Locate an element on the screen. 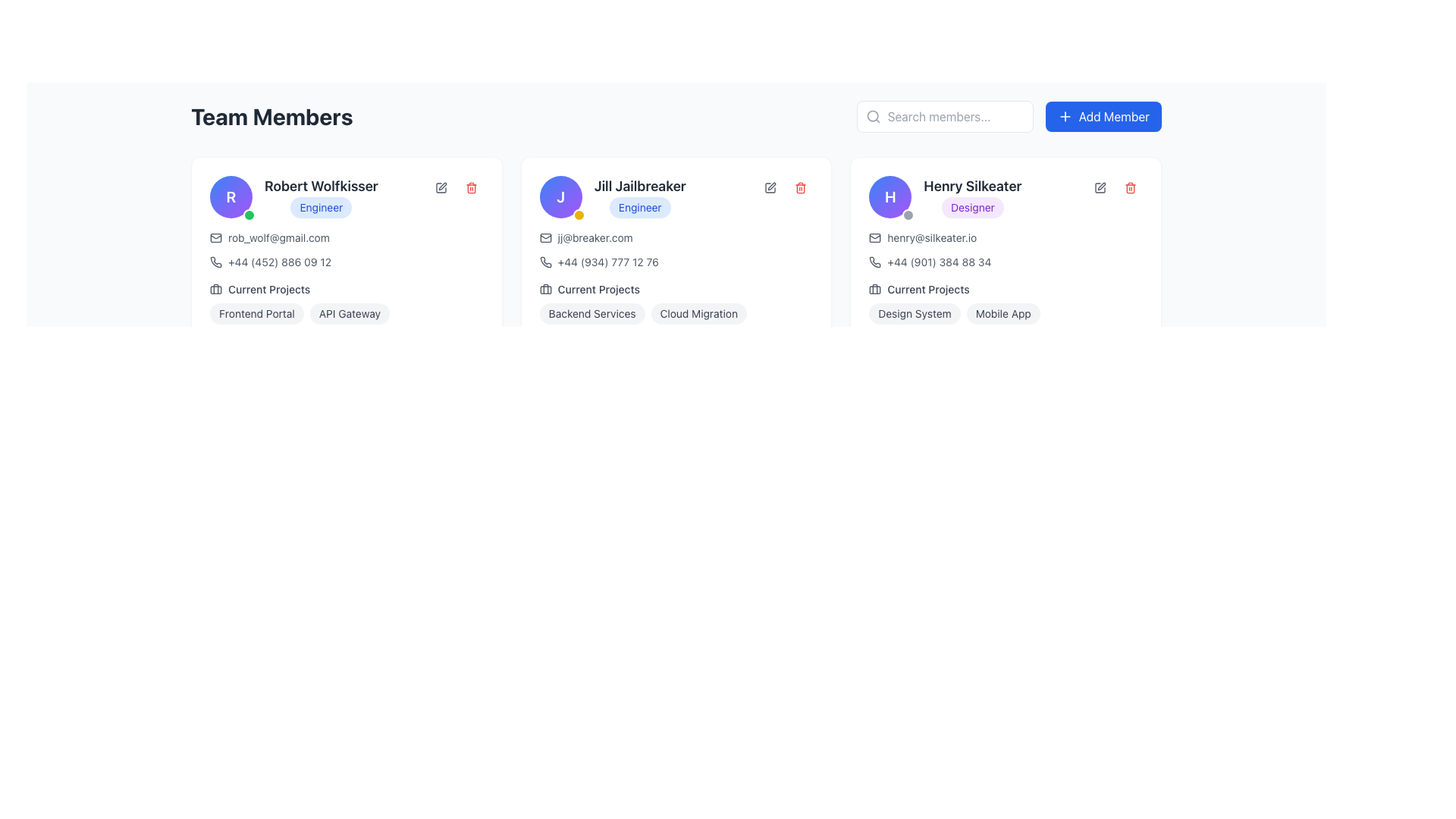 The image size is (1456, 819). the status badge located at the bottom-right corner of the colored circle containing the letter 'J' on the card for Jill Jailbreaker is located at coordinates (578, 215).